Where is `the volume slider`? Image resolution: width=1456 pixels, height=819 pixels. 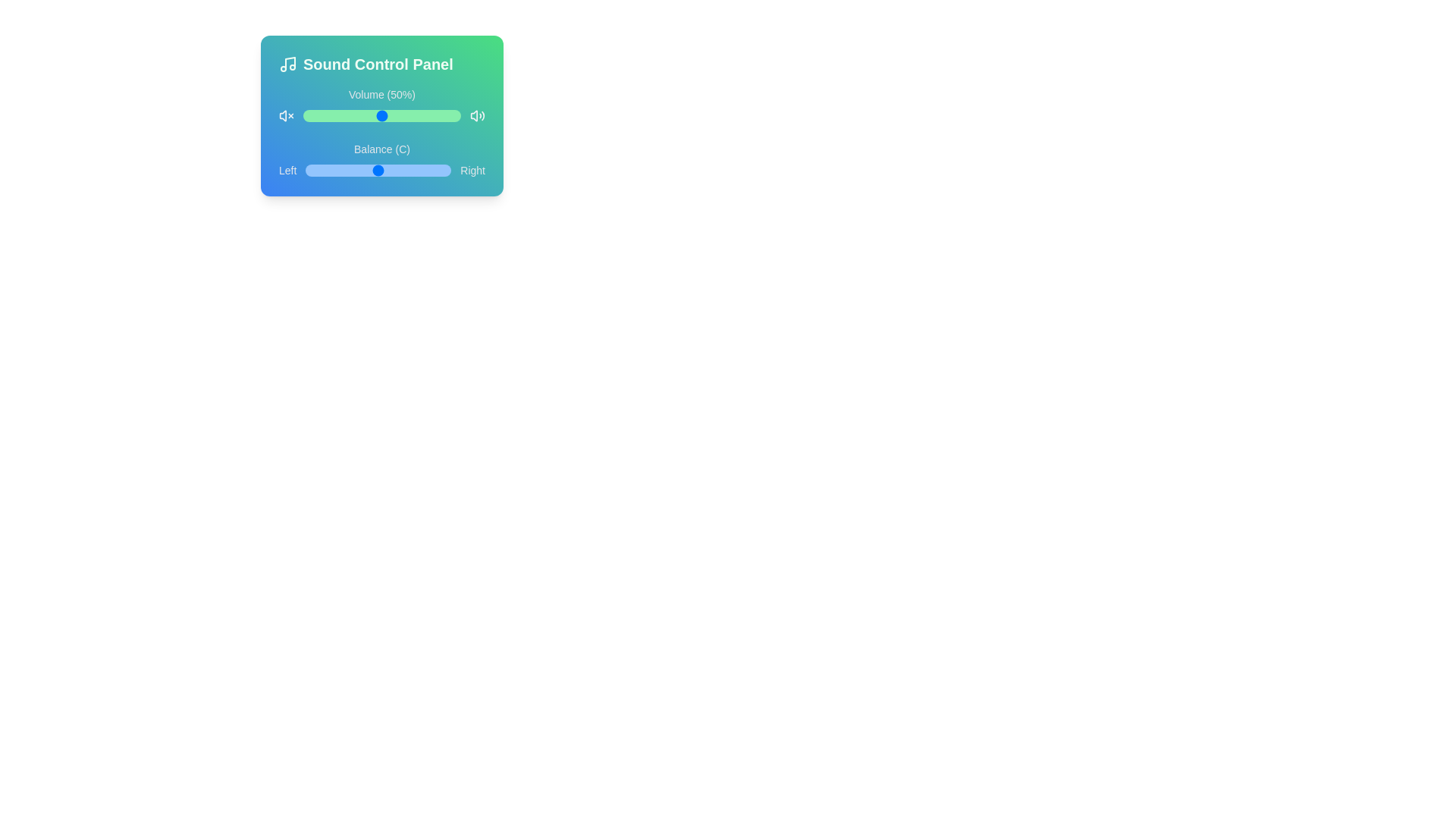 the volume slider is located at coordinates (388, 115).